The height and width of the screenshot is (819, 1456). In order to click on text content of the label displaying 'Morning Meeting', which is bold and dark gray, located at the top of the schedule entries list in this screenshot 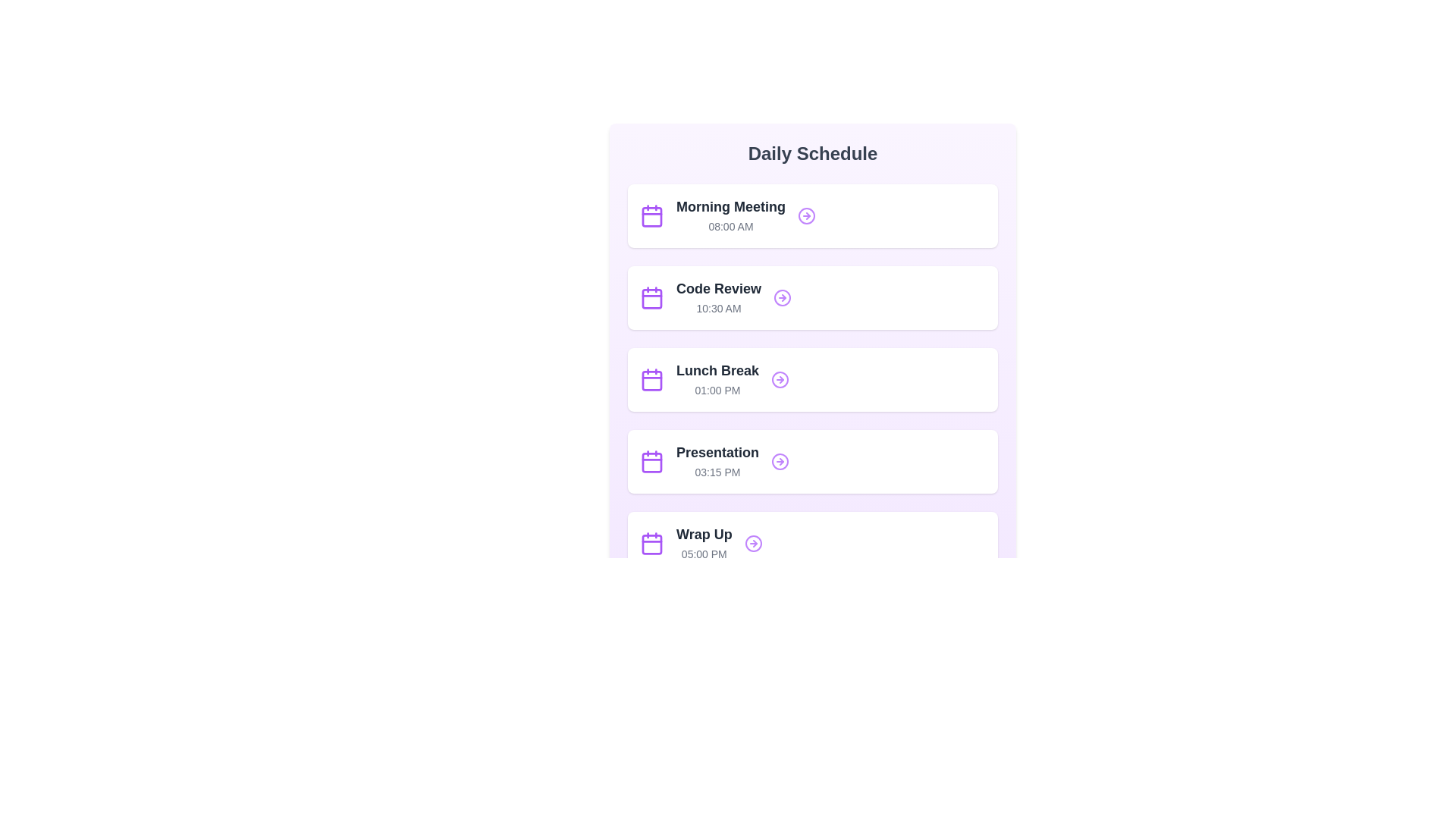, I will do `click(731, 207)`.